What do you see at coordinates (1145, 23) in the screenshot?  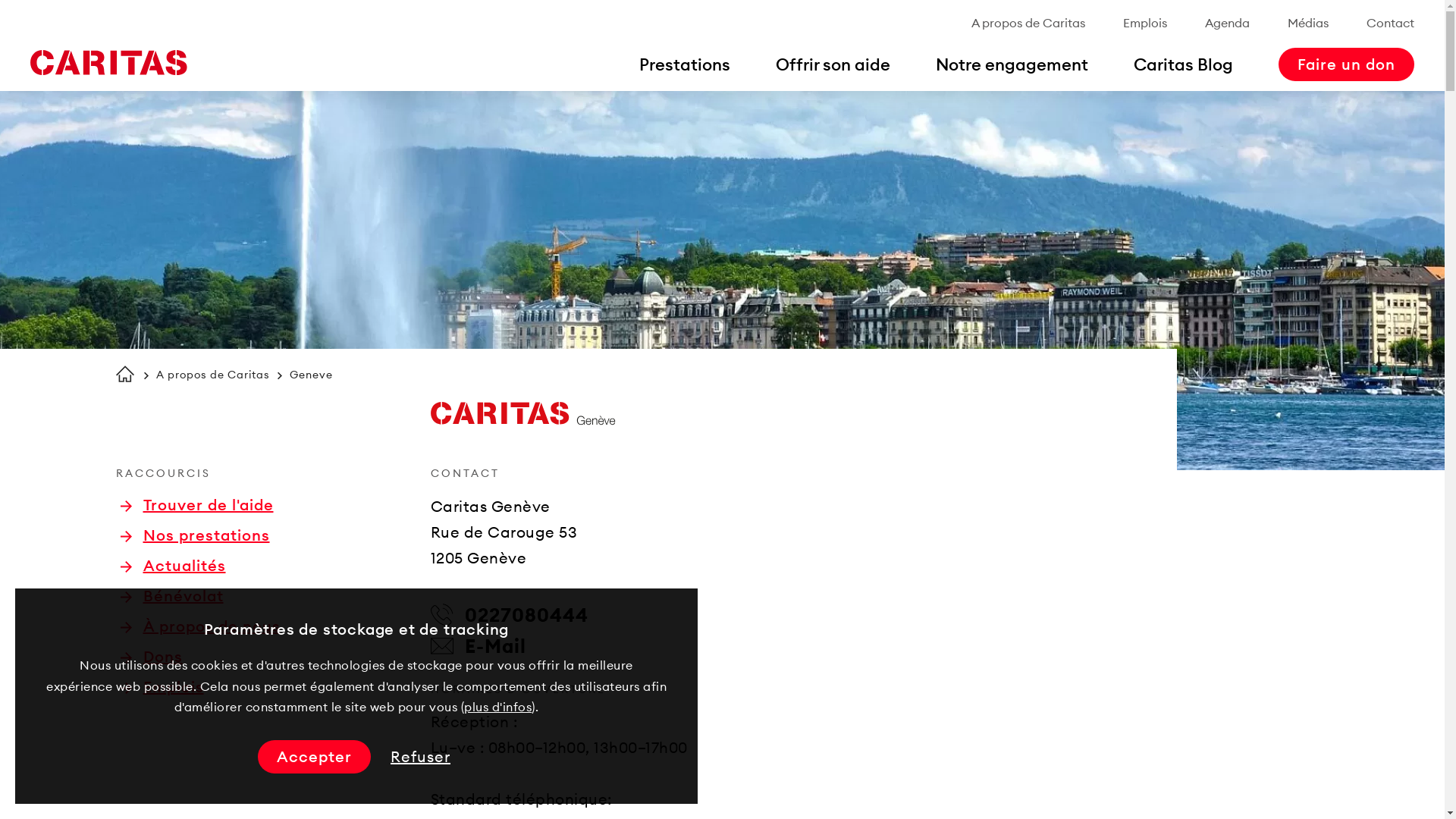 I see `'Emplois'` at bounding box center [1145, 23].